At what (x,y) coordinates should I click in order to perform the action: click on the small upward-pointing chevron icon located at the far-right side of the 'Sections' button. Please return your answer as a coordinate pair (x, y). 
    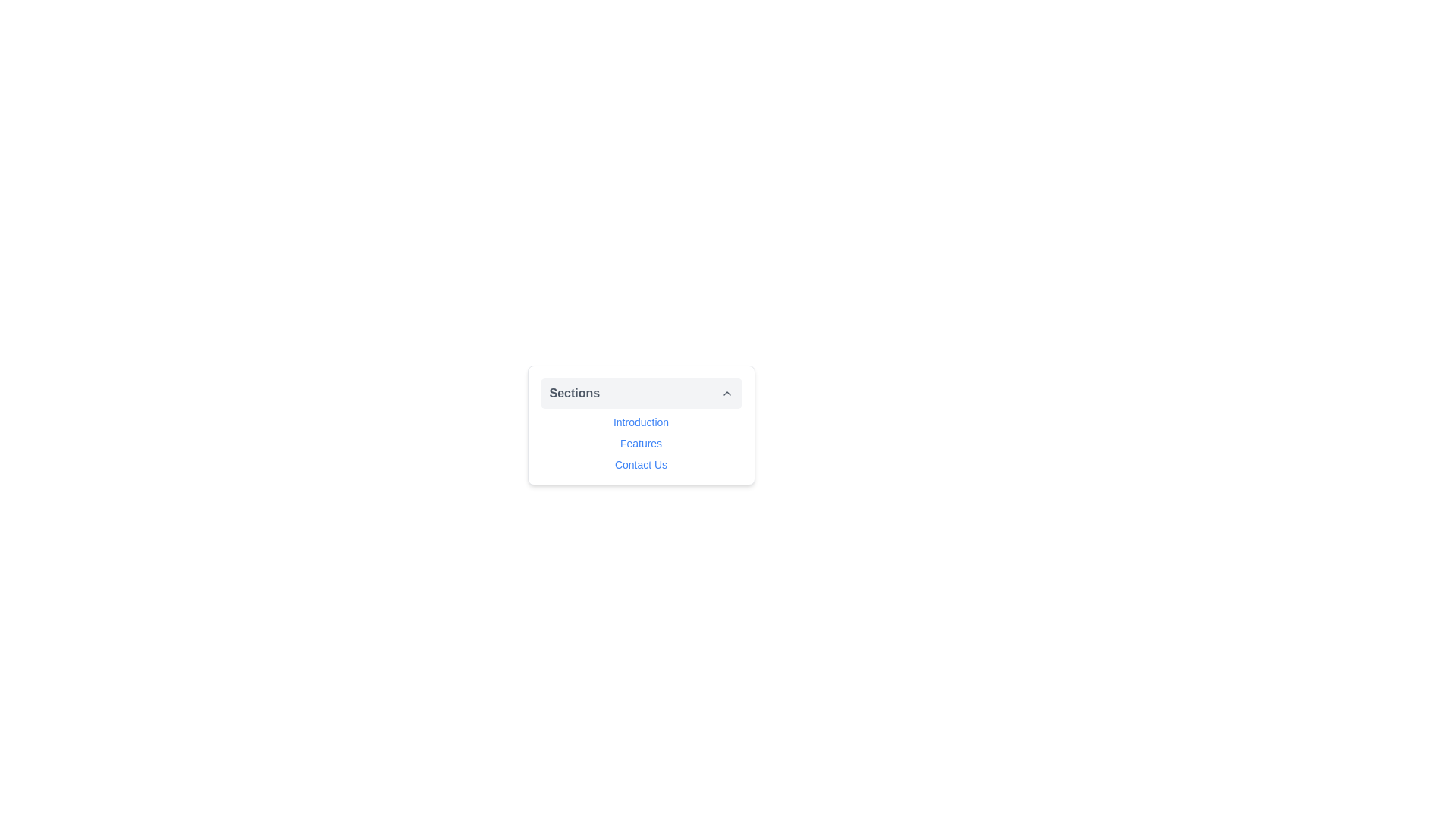
    Looking at the image, I should click on (726, 393).